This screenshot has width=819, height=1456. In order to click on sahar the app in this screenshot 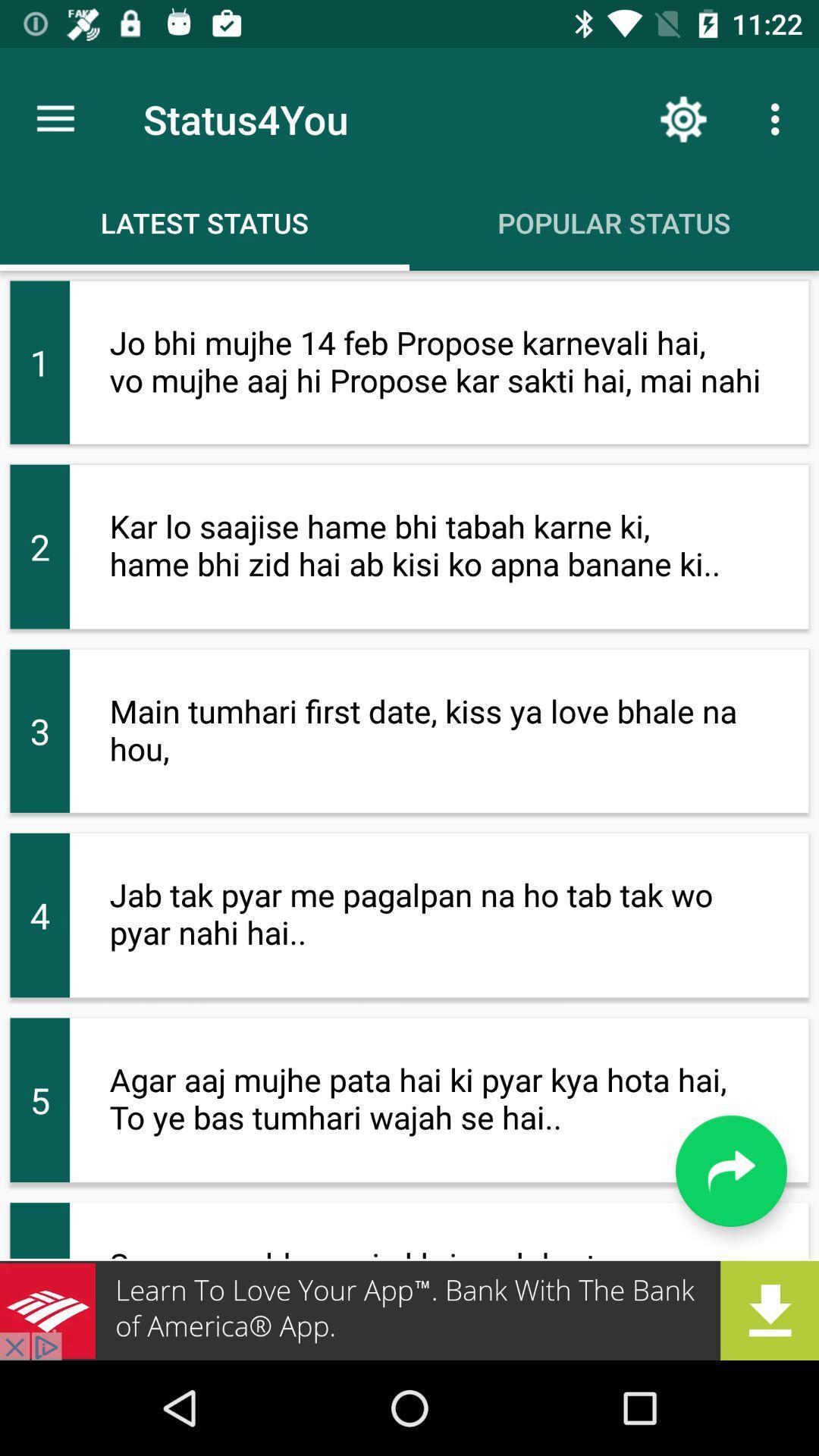, I will do `click(409, 1310)`.